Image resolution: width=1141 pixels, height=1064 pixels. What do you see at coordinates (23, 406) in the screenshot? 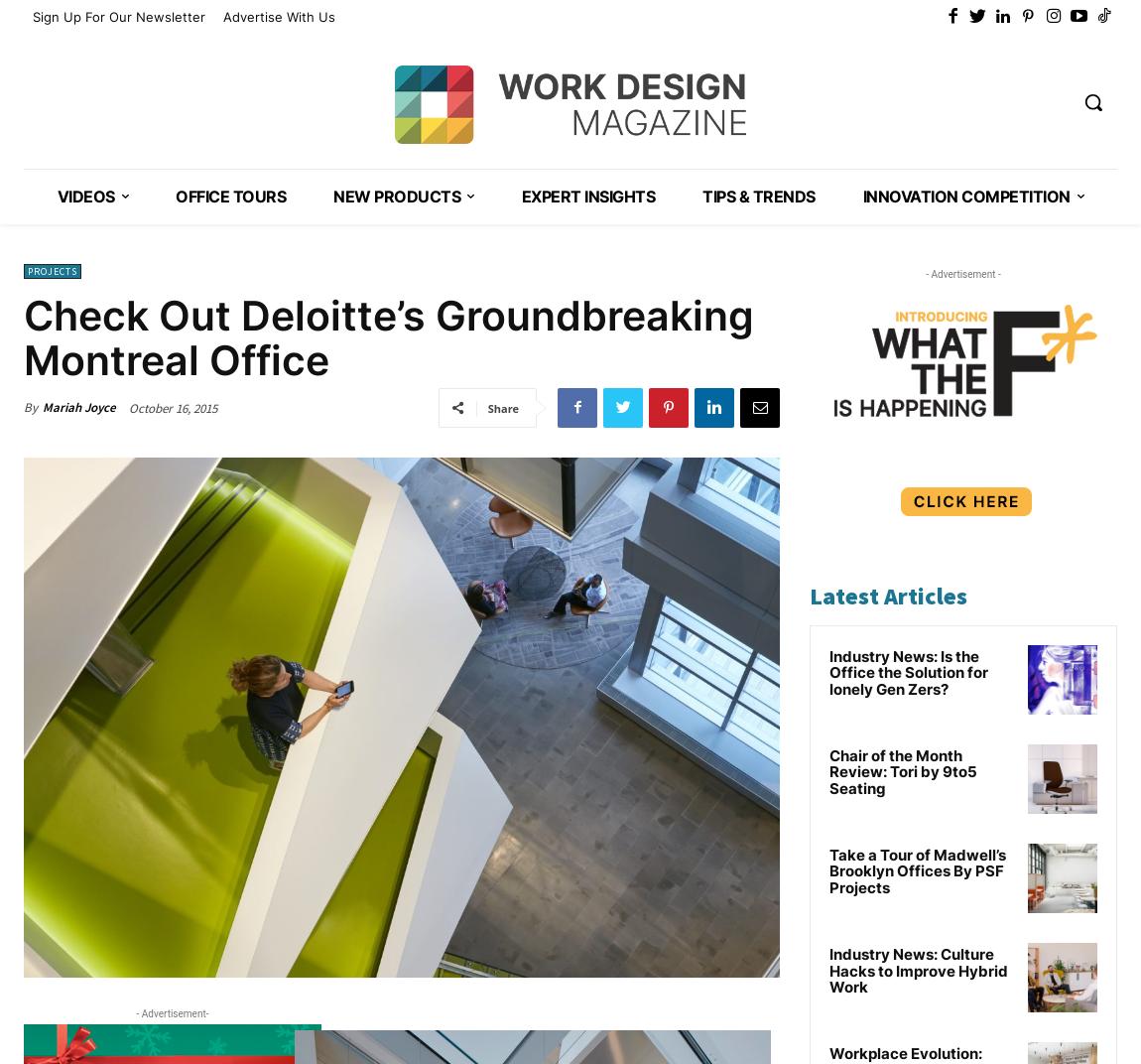
I see `'By'` at bounding box center [23, 406].